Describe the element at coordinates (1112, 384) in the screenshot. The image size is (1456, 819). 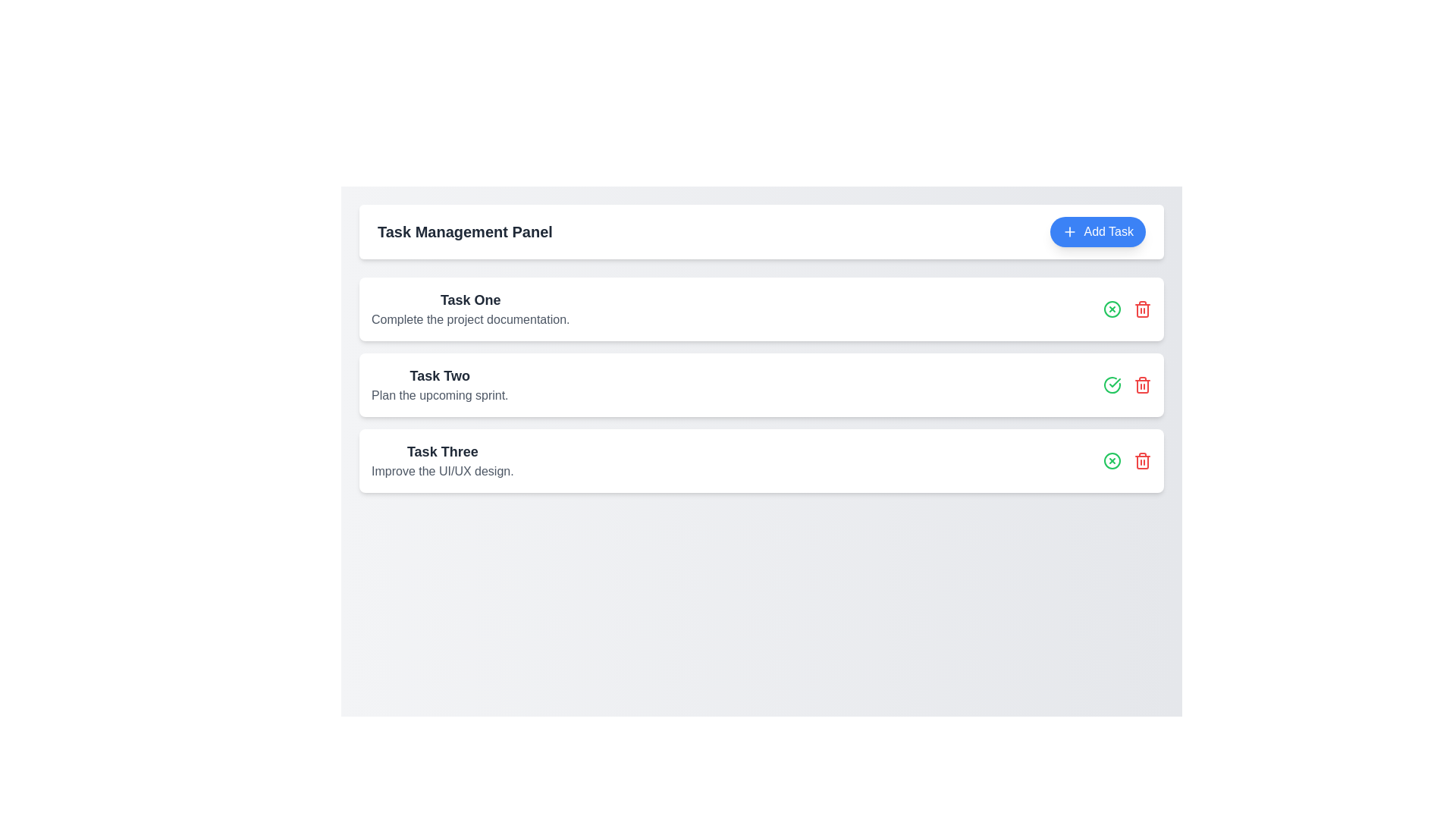
I see `the completion status button for 'Task Two'` at that location.